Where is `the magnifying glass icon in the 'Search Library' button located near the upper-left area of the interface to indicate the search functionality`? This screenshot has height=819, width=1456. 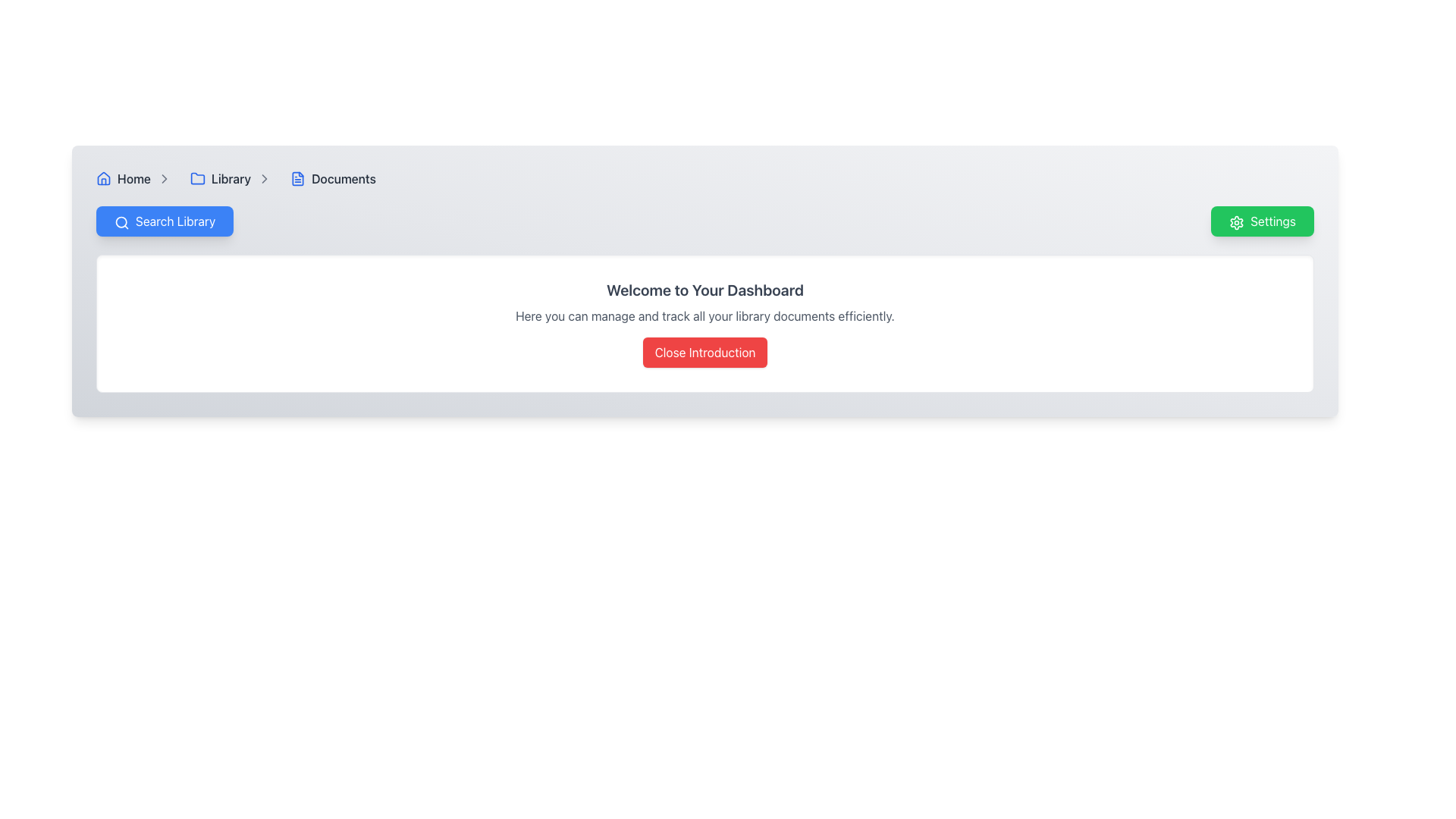 the magnifying glass icon in the 'Search Library' button located near the upper-left area of the interface to indicate the search functionality is located at coordinates (122, 222).